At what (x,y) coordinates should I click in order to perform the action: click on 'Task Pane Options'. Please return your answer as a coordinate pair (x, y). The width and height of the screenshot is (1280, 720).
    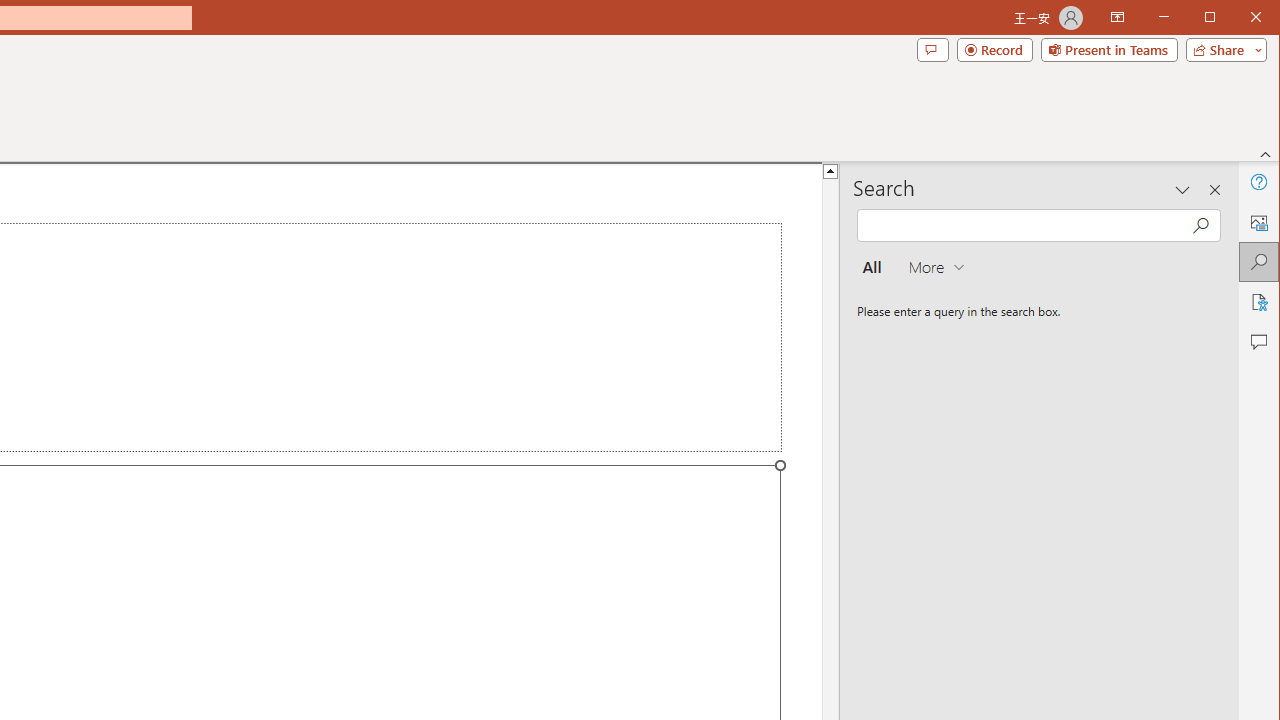
    Looking at the image, I should click on (1183, 190).